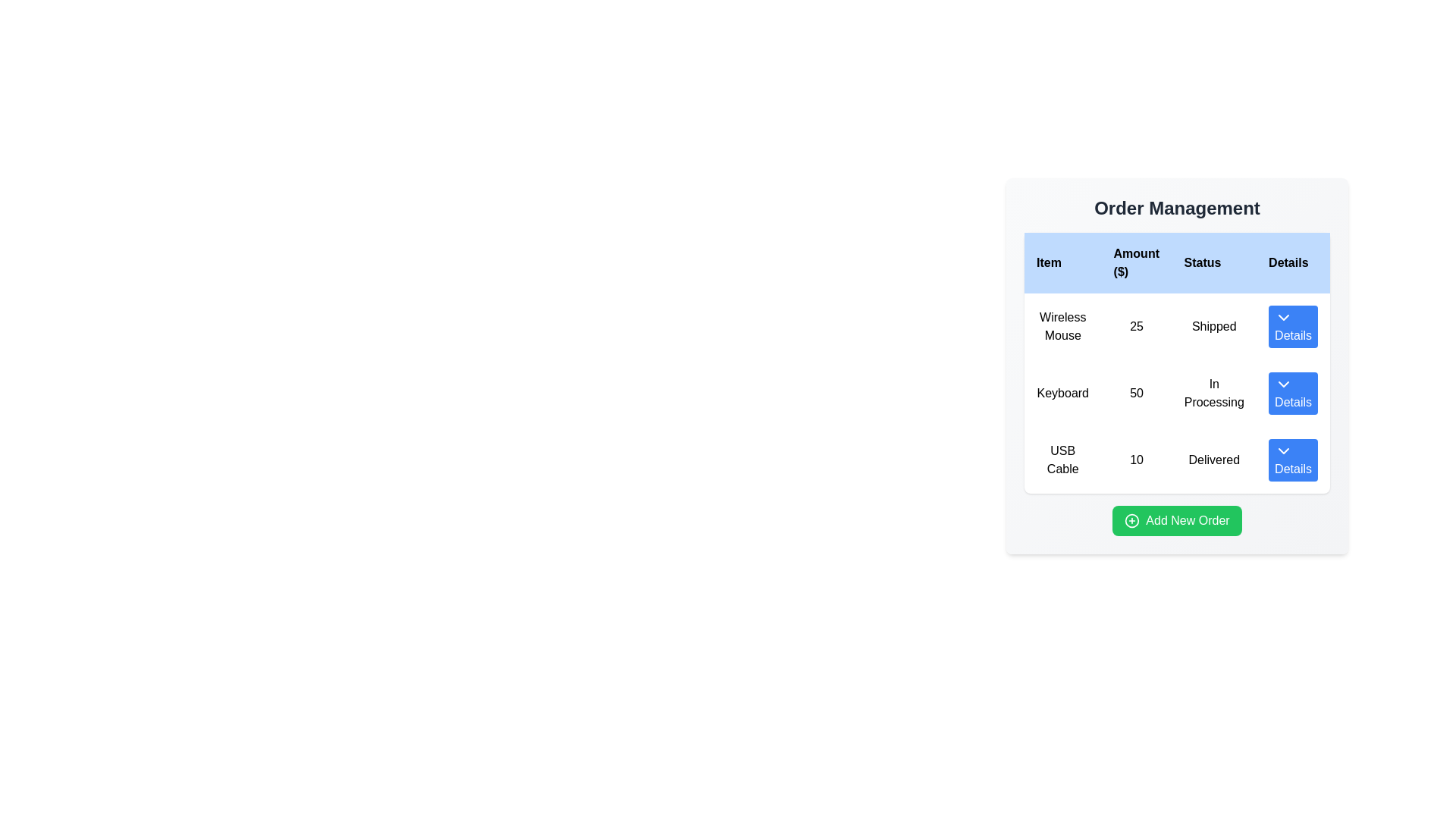 The height and width of the screenshot is (819, 1456). I want to click on the green button labeled 'Add New Order', so click(1176, 519).